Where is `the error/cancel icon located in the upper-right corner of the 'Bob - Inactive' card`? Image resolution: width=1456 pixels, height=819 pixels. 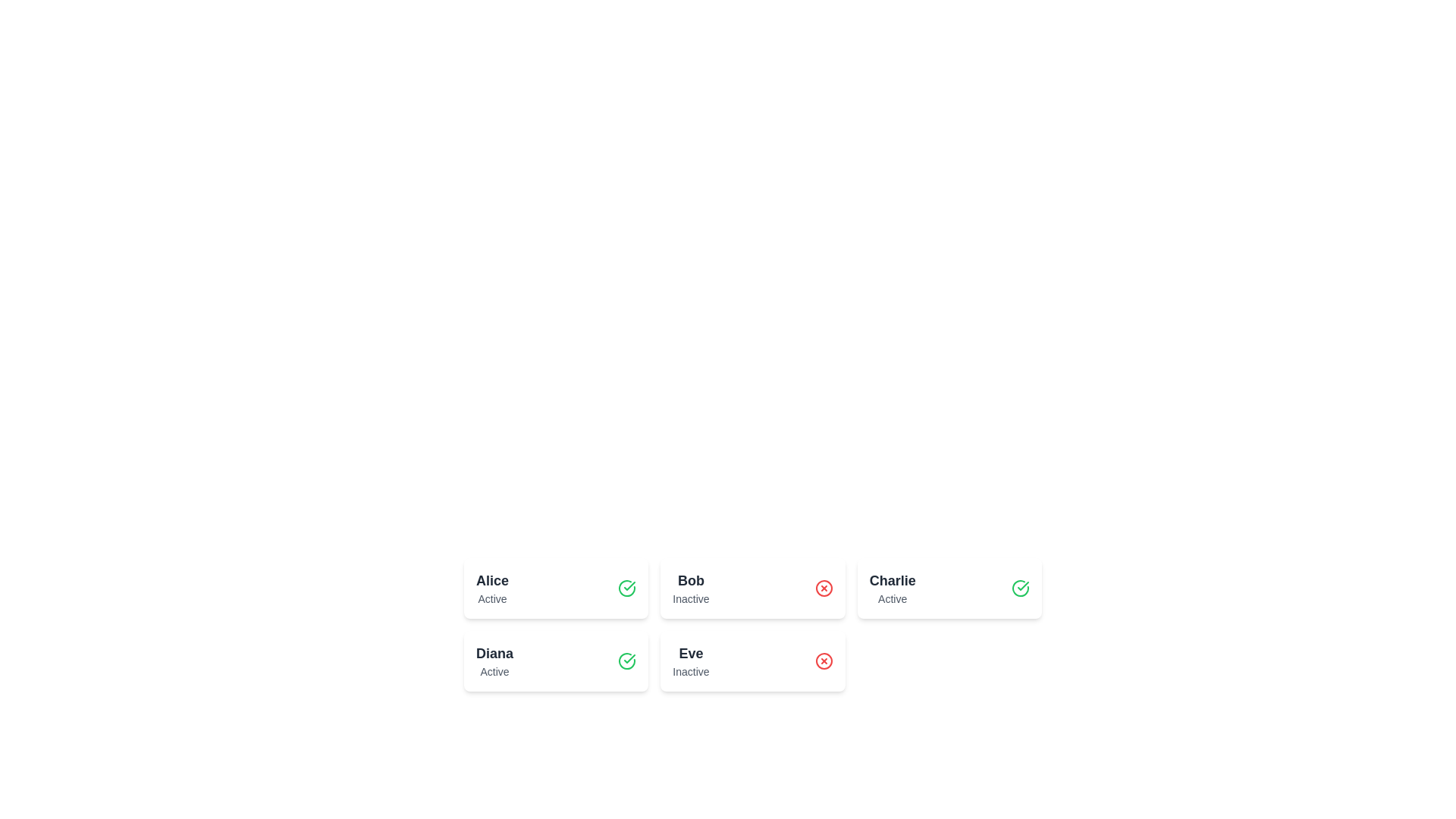 the error/cancel icon located in the upper-right corner of the 'Bob - Inactive' card is located at coordinates (823, 587).